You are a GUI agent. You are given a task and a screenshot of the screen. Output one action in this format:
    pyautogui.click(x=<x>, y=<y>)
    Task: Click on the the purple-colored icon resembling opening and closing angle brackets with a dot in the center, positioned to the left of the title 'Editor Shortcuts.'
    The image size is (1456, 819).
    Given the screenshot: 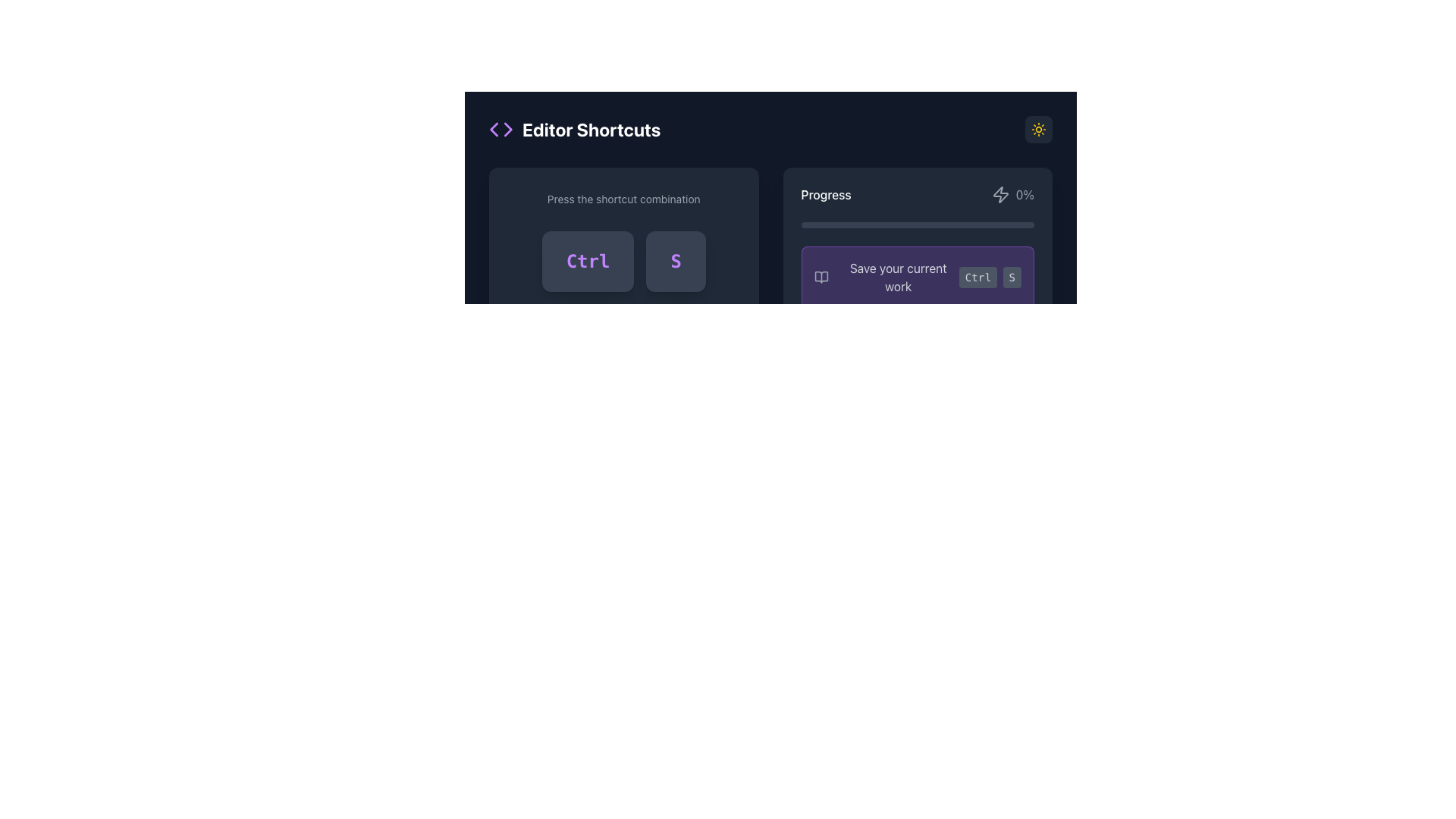 What is the action you would take?
    pyautogui.click(x=501, y=128)
    